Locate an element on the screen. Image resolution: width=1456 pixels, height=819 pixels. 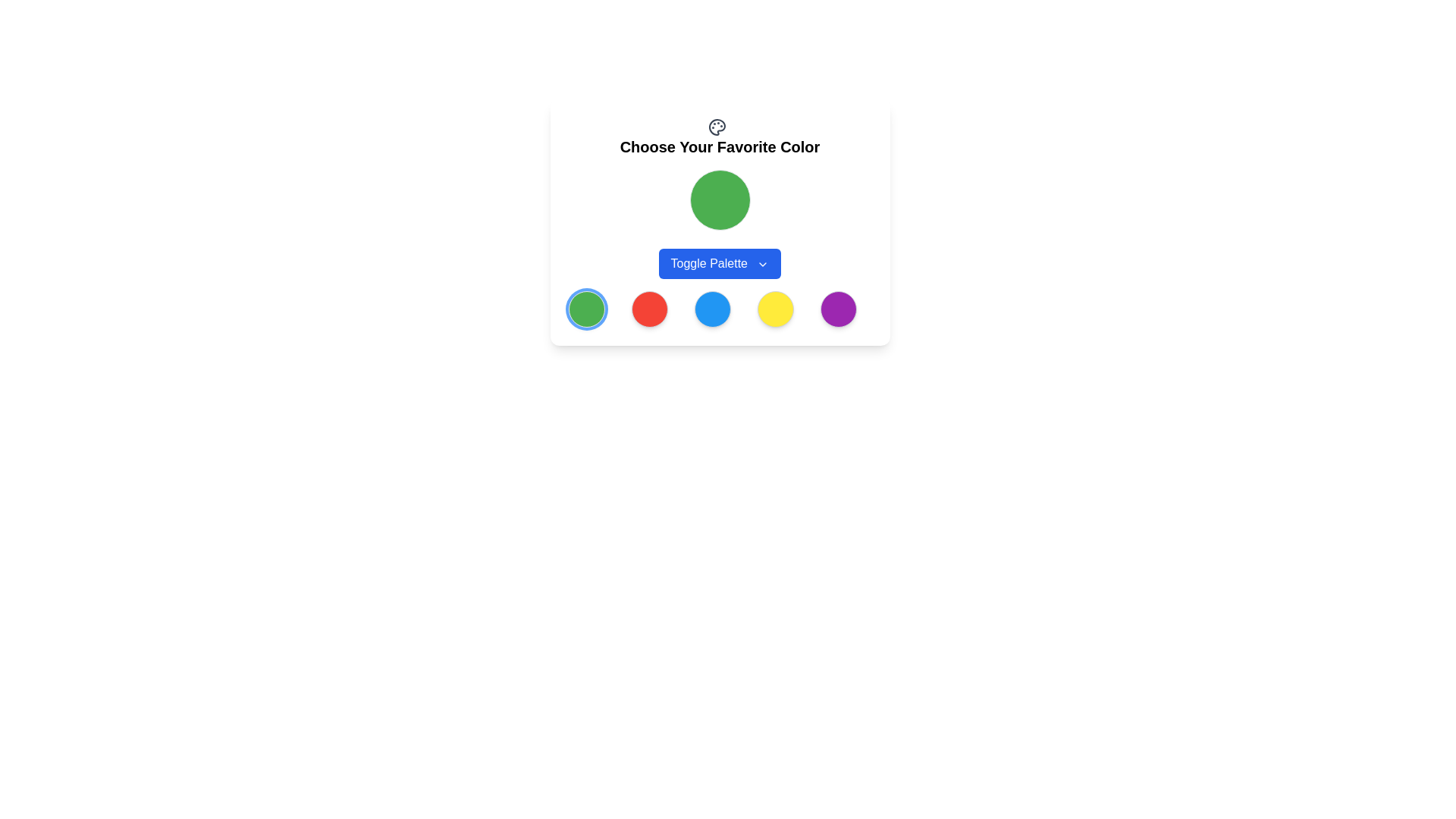
the header text indicating the user's task of choosing a favorite color, positioned at the top-center of the interactive card interface is located at coordinates (719, 146).